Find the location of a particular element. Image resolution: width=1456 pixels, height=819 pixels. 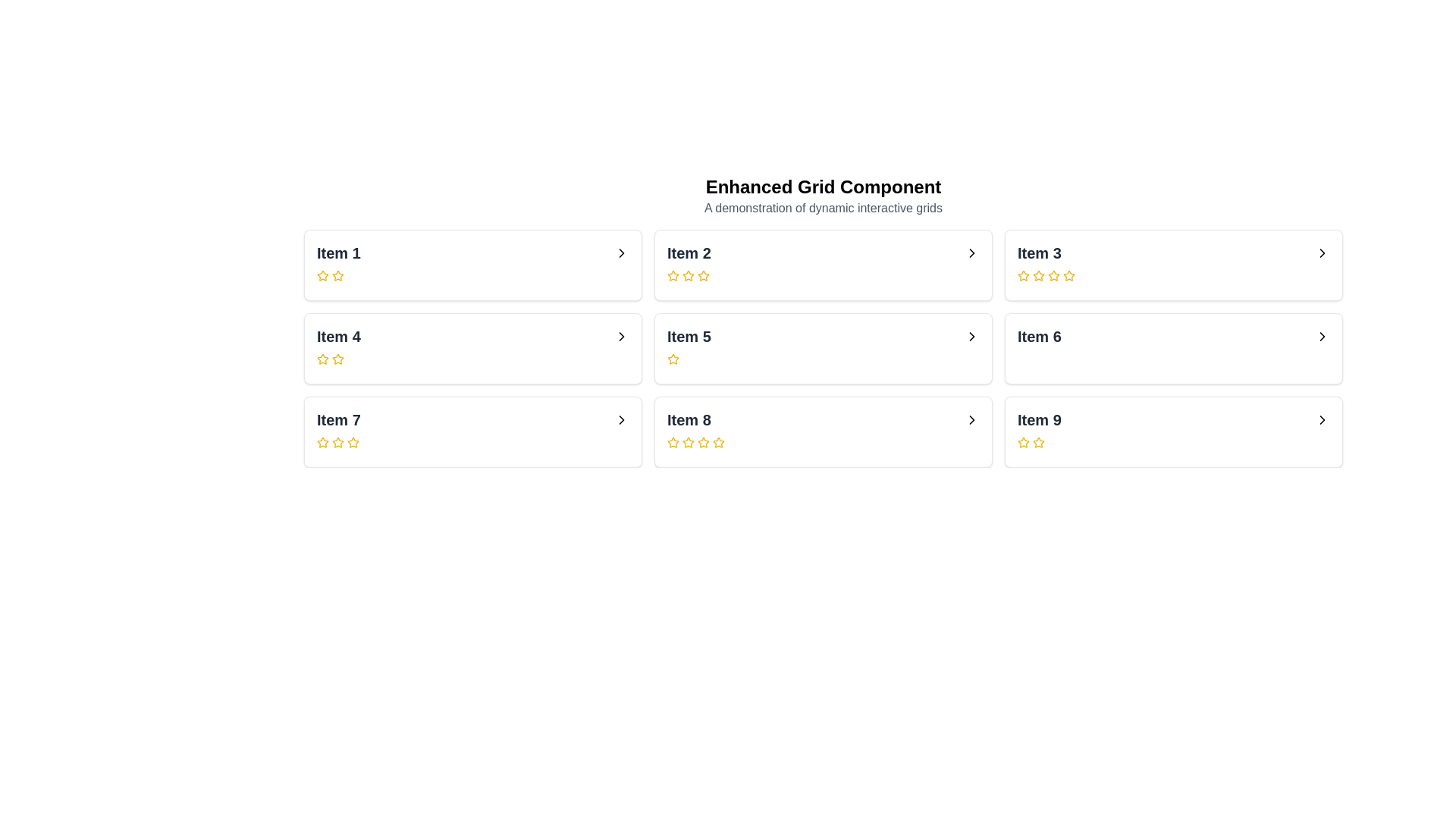

the second star rating icon in the Item 7 card to rate it is located at coordinates (337, 442).